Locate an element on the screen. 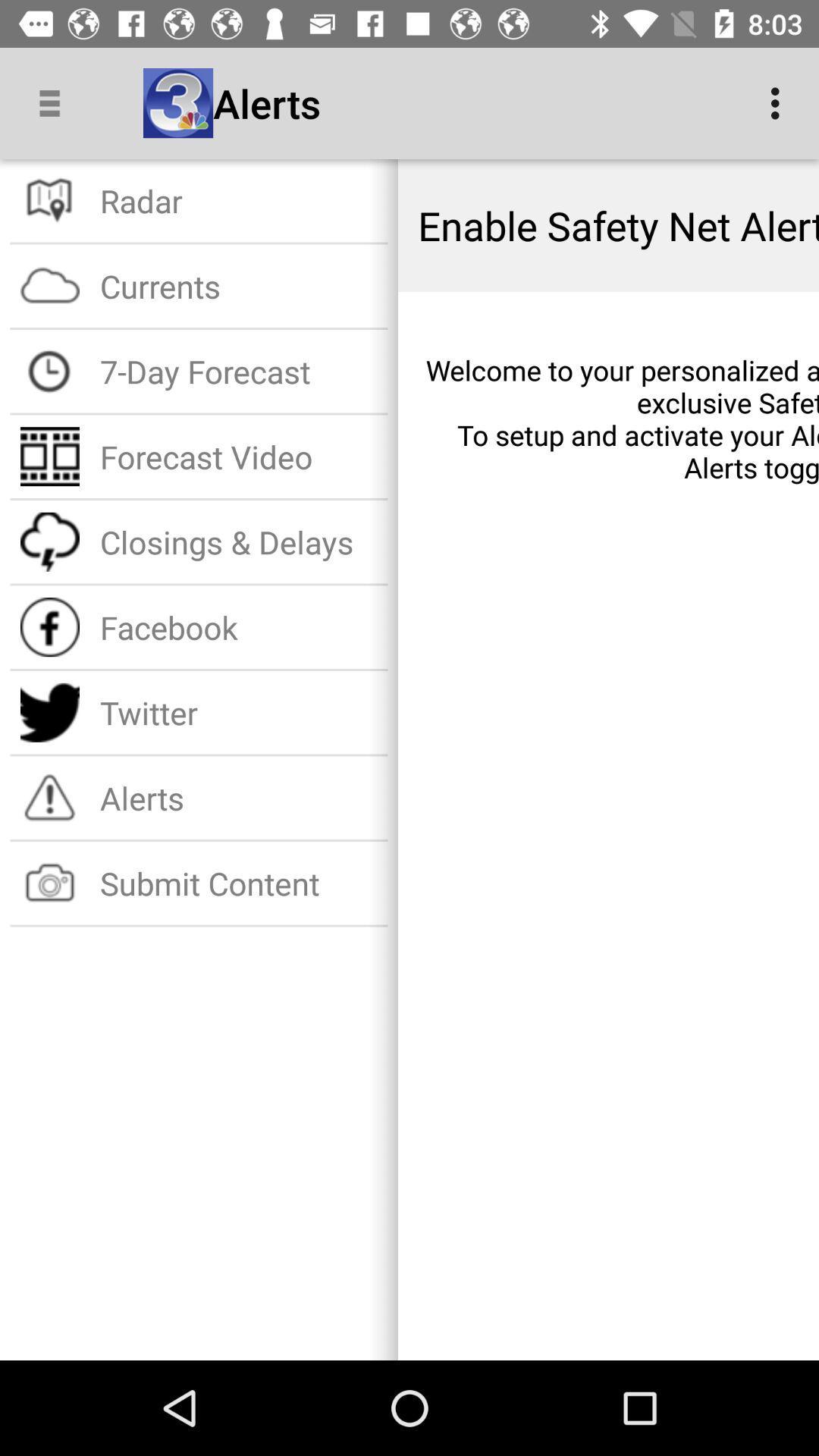  the icon above the forecast video item is located at coordinates (239, 371).